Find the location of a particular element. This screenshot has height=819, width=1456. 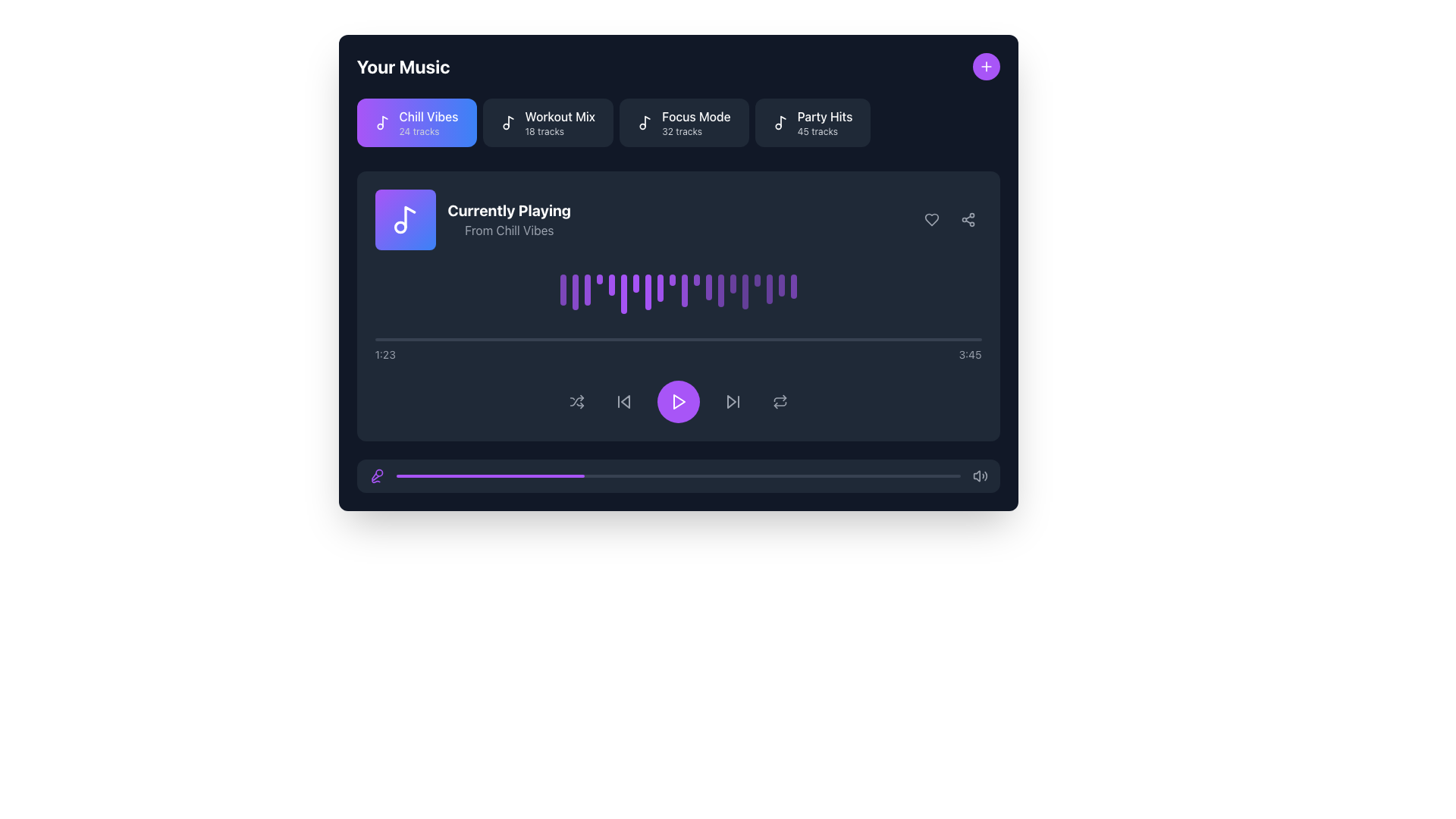

the 20th purple bar in the waveform visualization of the 'Currently Playing' section is located at coordinates (792, 287).